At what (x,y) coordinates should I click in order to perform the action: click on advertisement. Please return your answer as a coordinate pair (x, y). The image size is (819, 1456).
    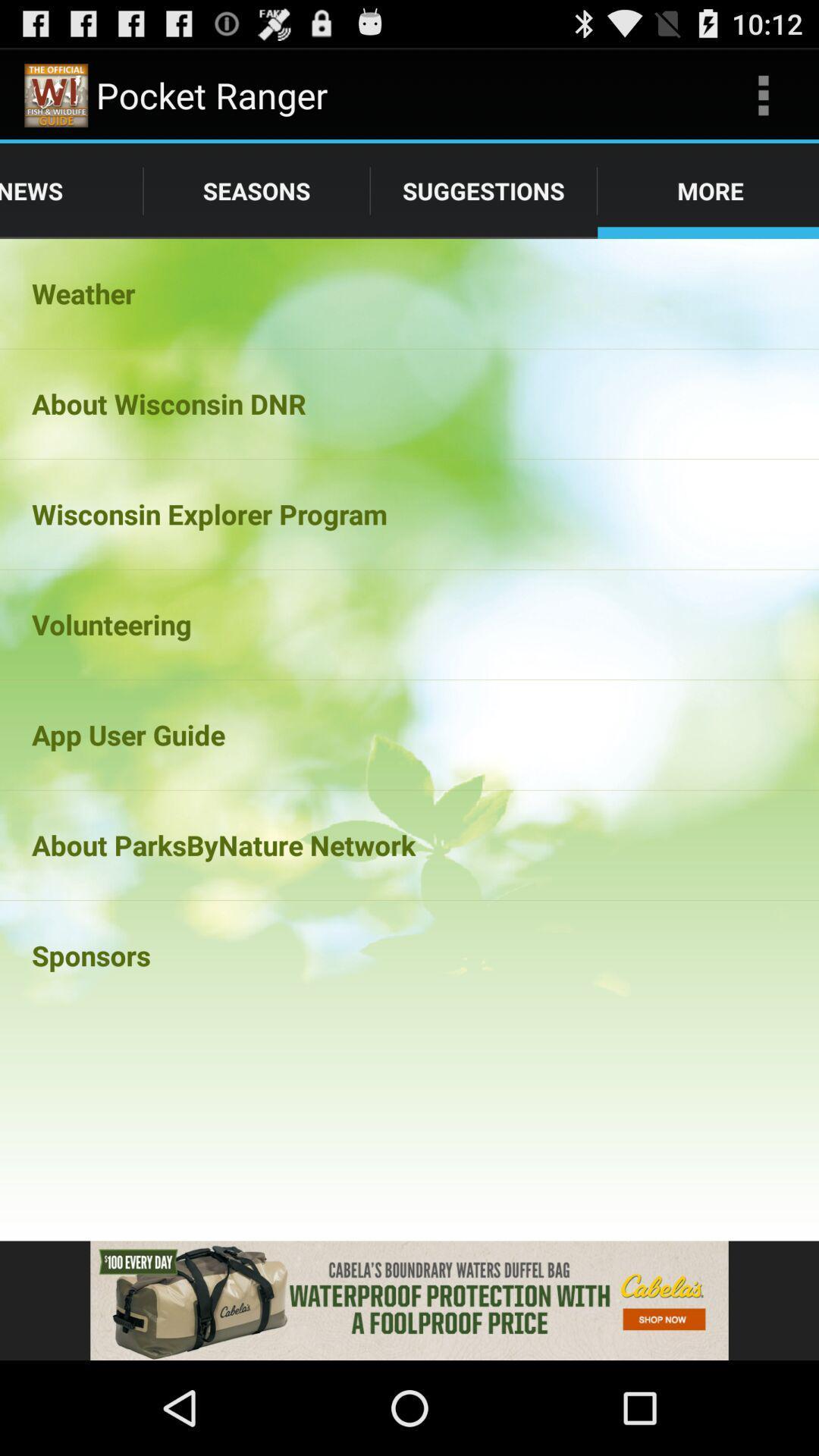
    Looking at the image, I should click on (409, 1300).